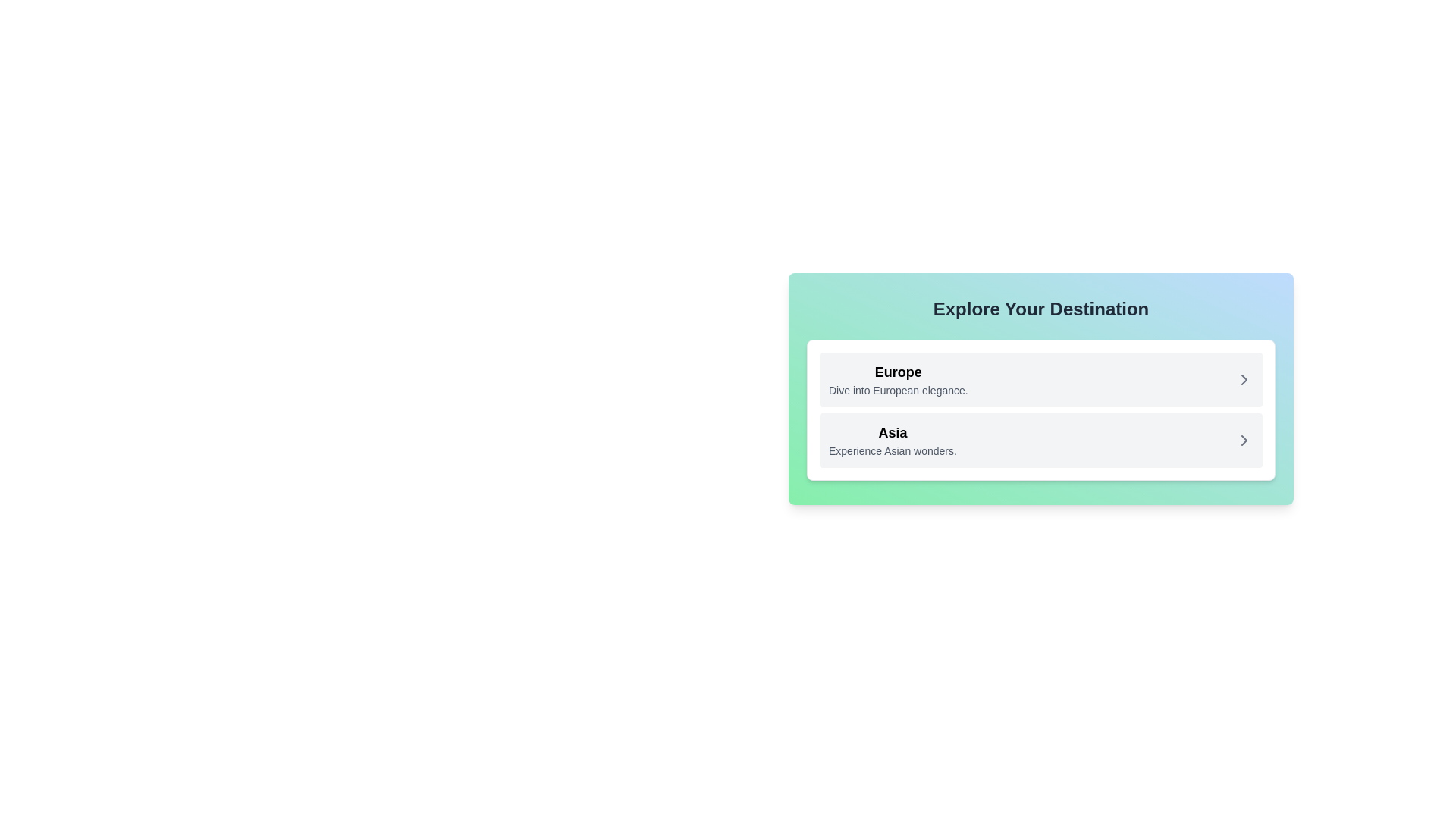  What do you see at coordinates (898, 379) in the screenshot?
I see `text content 'Europe' and 'Dive into European elegance.' displayed prominently in the first card under the 'Explore Your Destination' header` at bounding box center [898, 379].